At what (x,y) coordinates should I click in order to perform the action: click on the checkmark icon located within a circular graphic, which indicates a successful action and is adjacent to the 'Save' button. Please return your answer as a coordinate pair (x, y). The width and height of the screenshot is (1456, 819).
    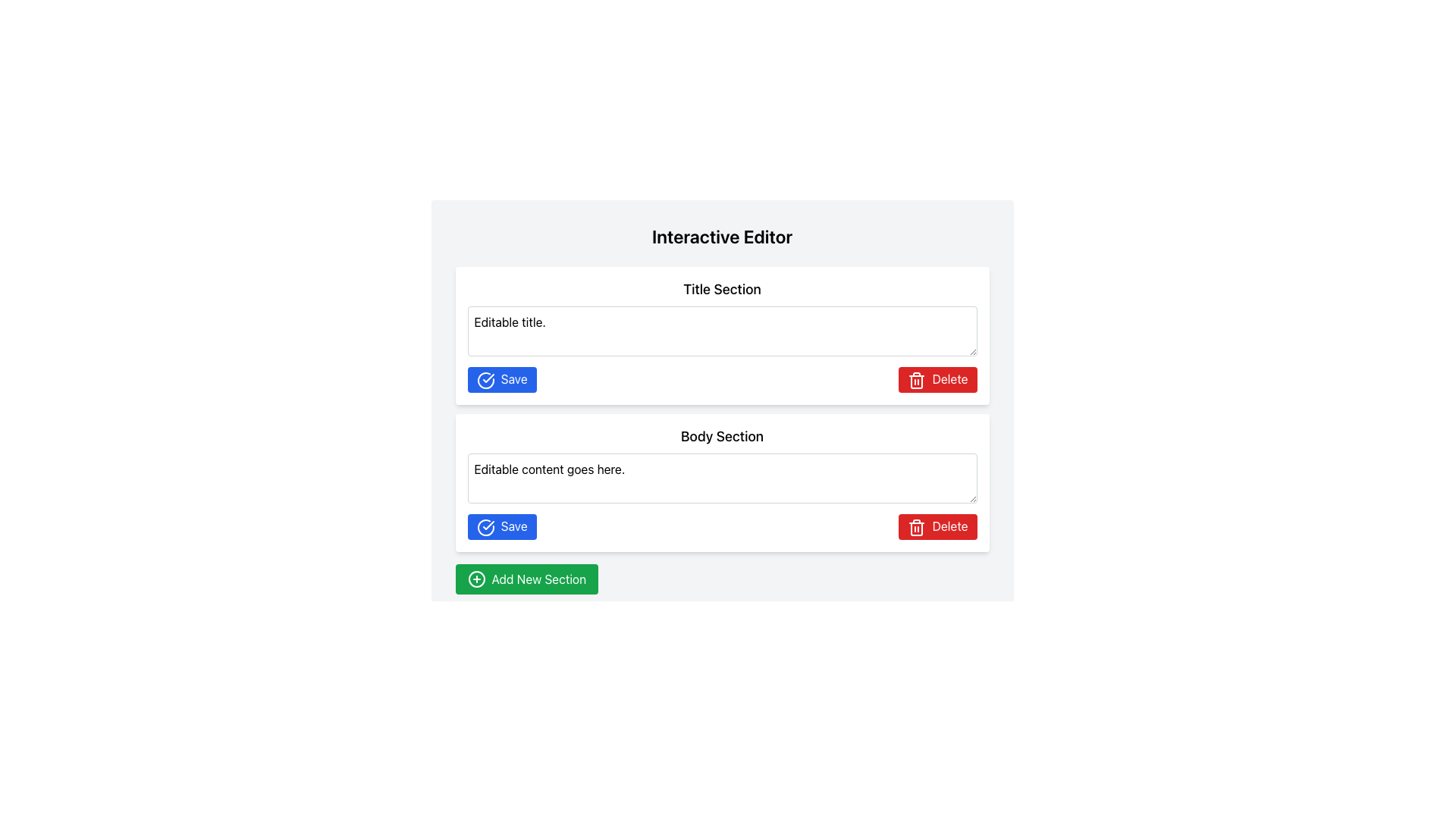
    Looking at the image, I should click on (488, 523).